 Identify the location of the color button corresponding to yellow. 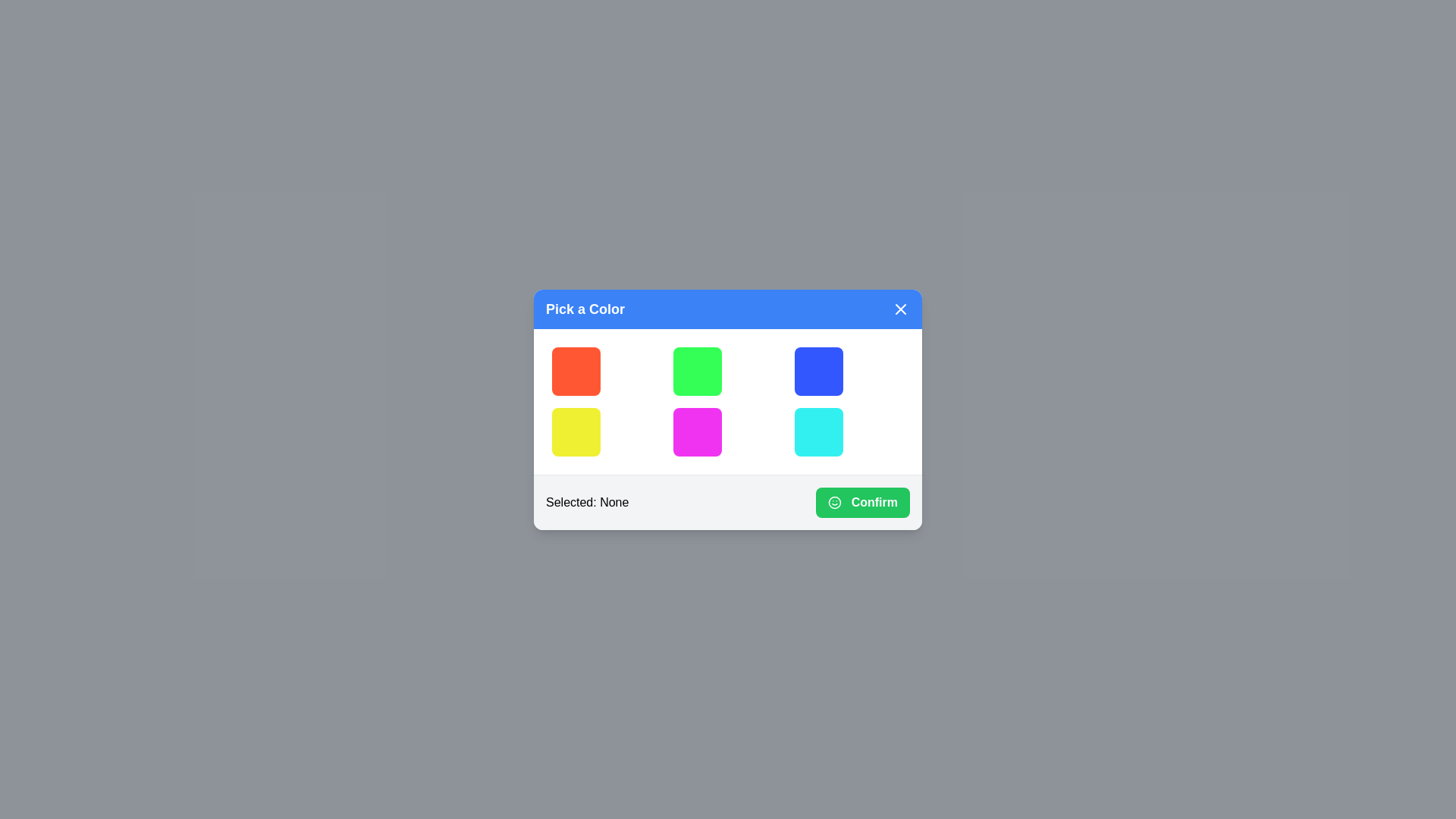
(575, 431).